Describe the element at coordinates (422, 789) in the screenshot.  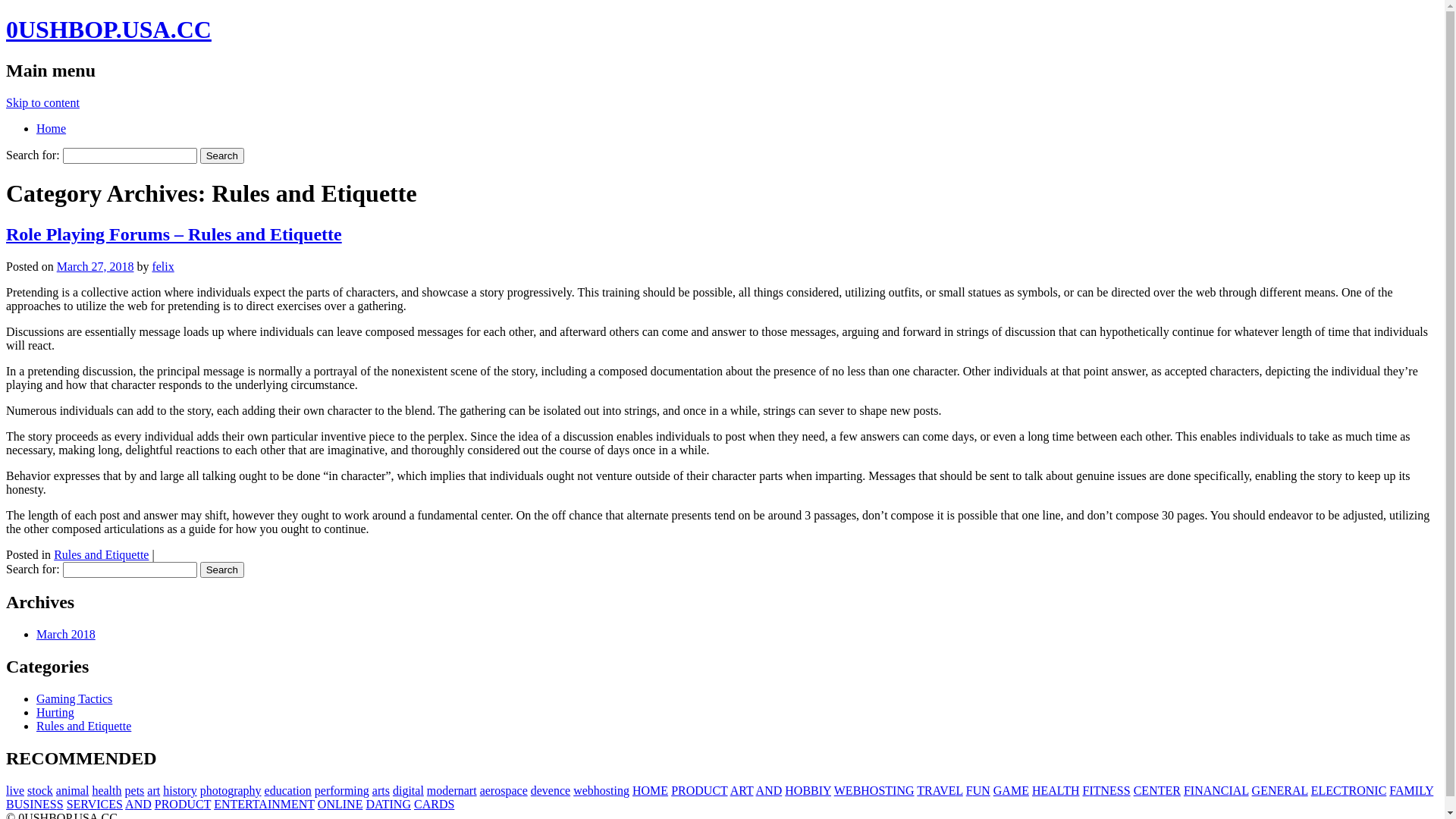
I see `'l'` at that location.